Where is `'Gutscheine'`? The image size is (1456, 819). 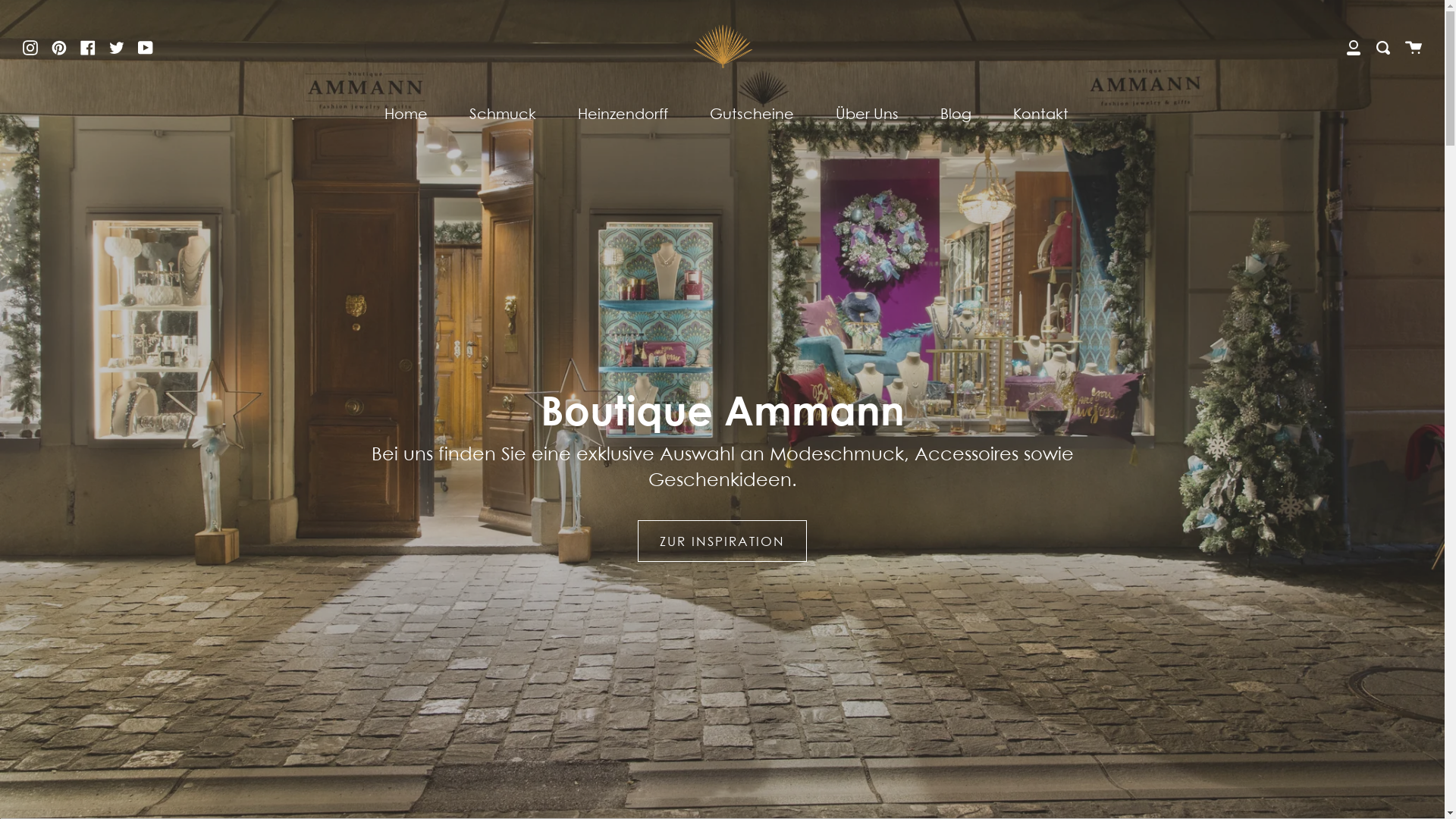
'Gutscheine' is located at coordinates (751, 113).